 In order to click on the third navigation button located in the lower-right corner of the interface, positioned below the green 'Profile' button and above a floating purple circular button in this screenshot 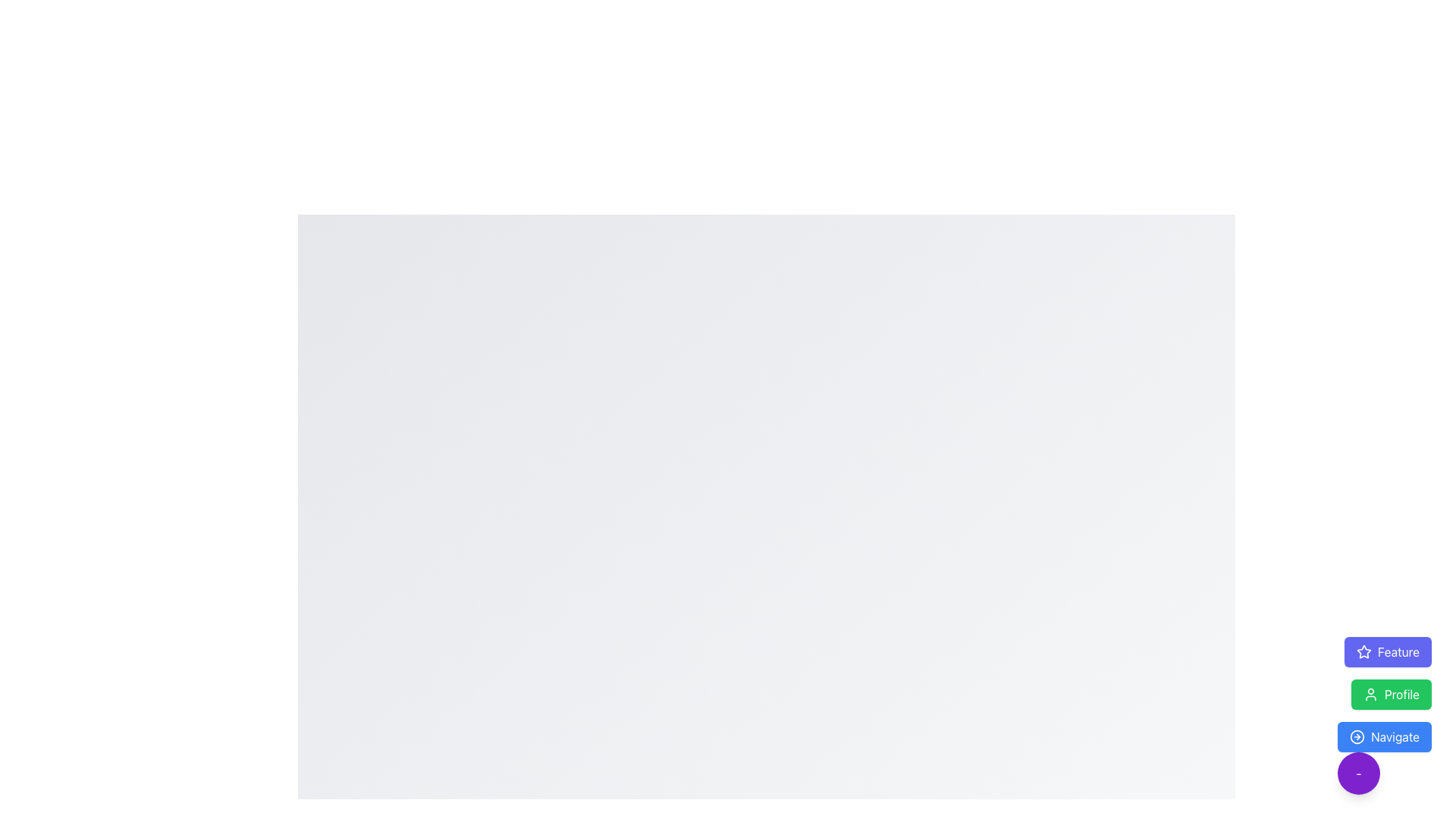, I will do `click(1385, 736)`.